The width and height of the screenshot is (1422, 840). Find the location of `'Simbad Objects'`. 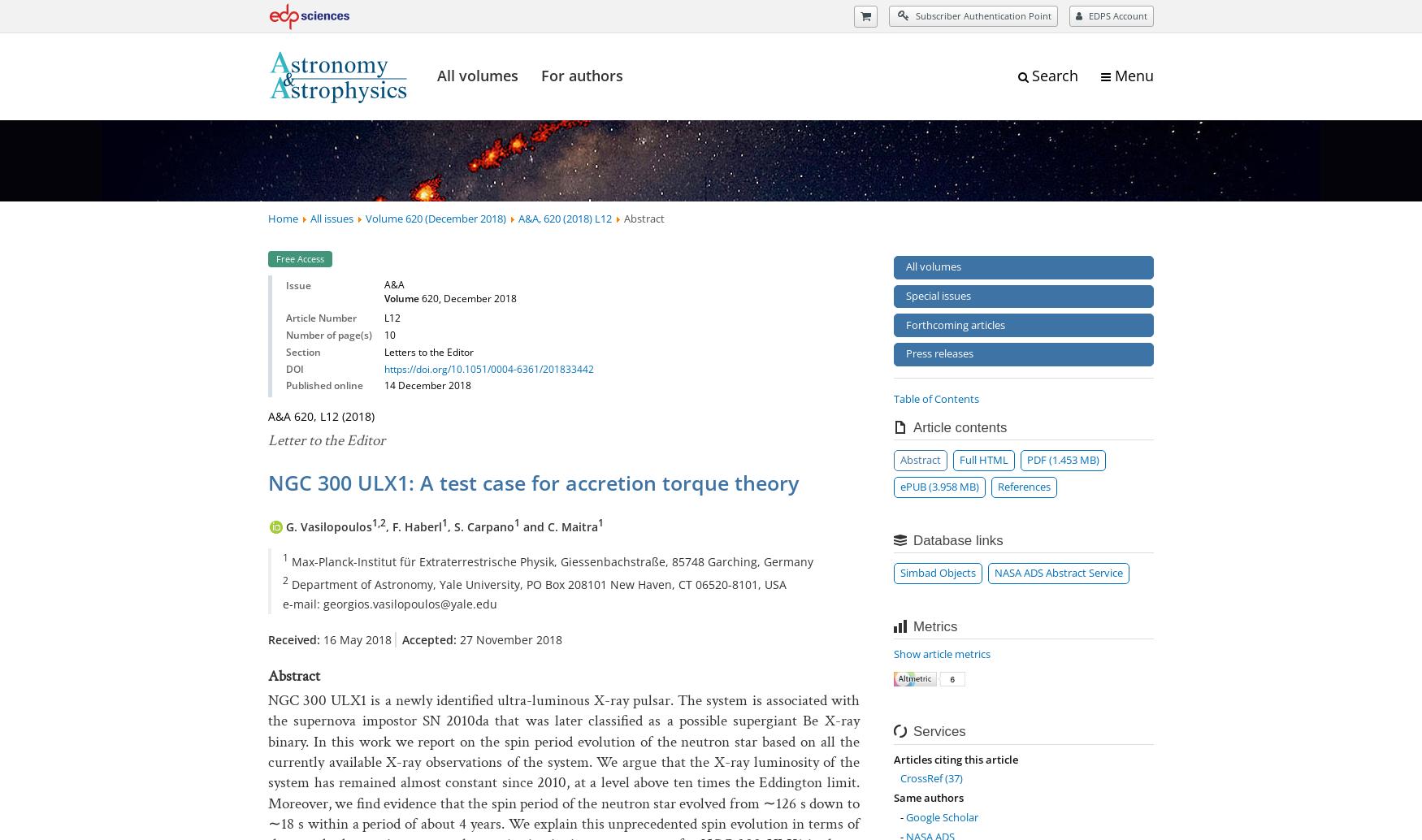

'Simbad Objects' is located at coordinates (937, 572).